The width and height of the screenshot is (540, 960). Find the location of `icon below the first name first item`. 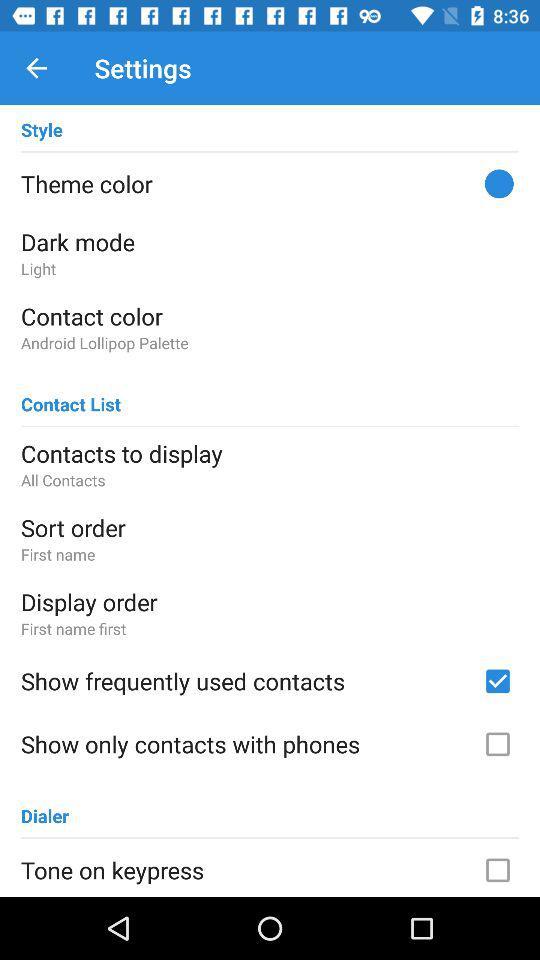

icon below the first name first item is located at coordinates (245, 681).